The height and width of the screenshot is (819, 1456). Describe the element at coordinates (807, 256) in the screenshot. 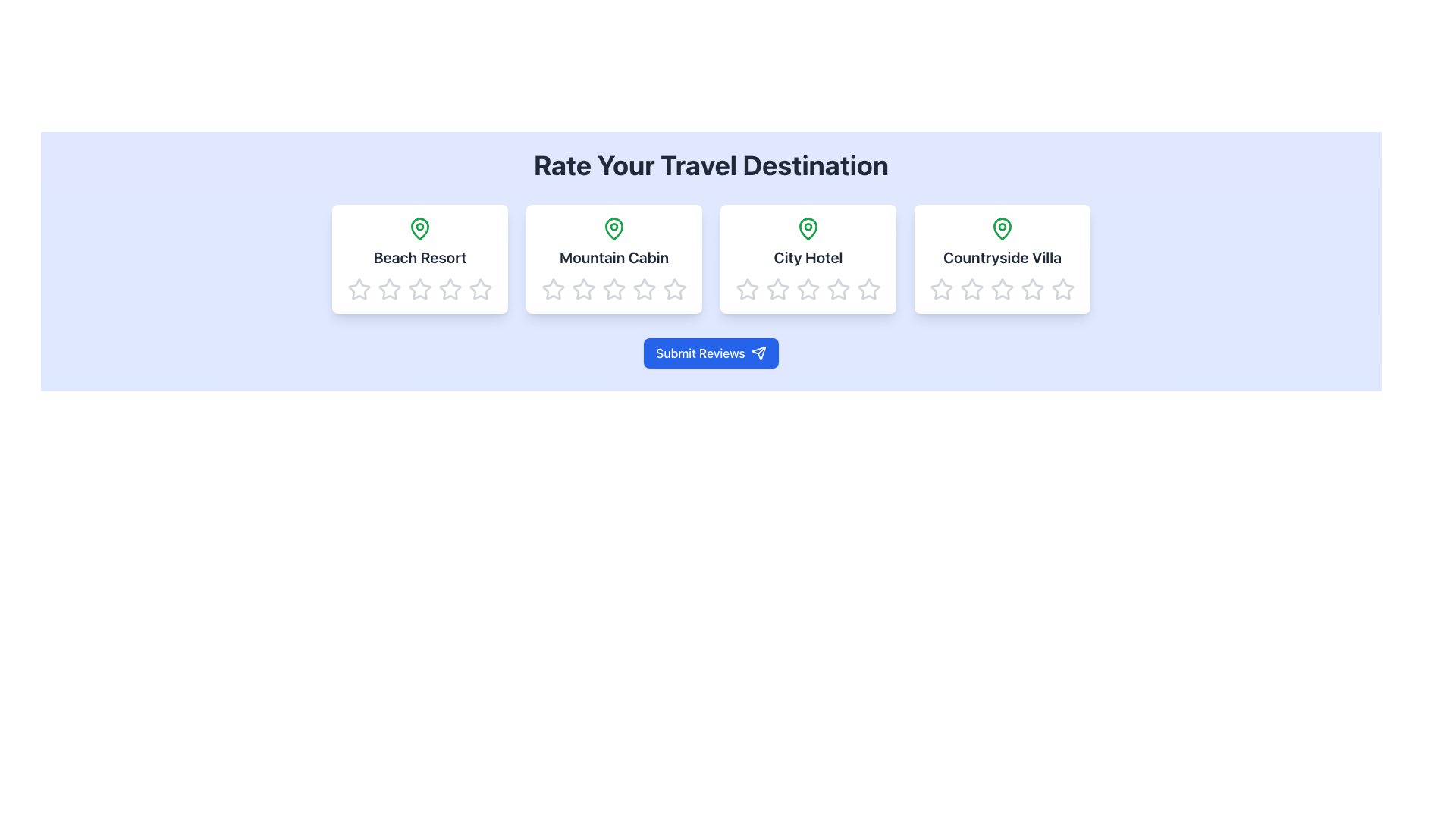

I see `text label displaying 'City Hotel' that is styled in bold dark gray font, located beneath a green map pin icon in the third card of a horizontal row of four cards` at that location.